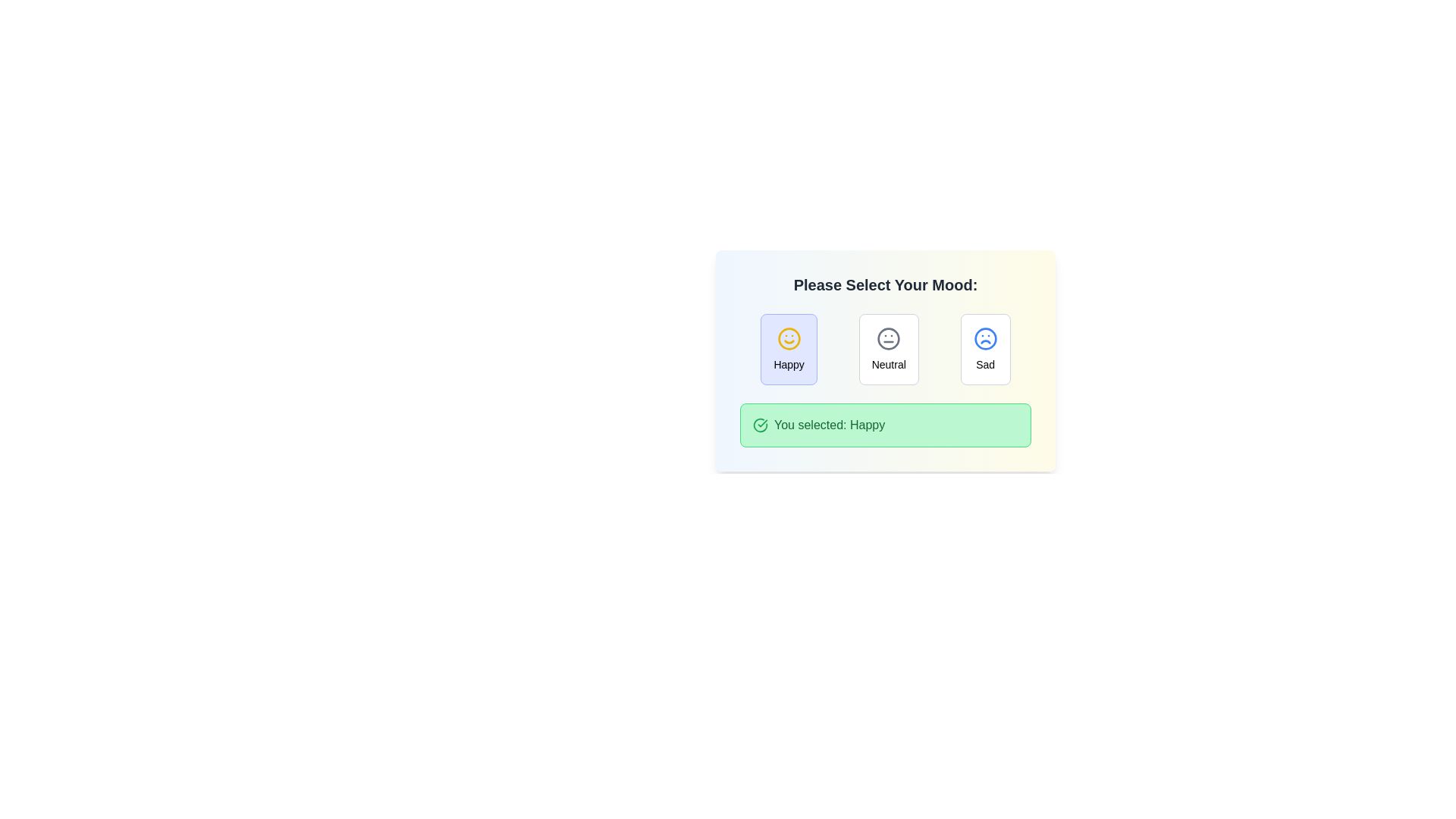 The height and width of the screenshot is (819, 1456). Describe the element at coordinates (789, 350) in the screenshot. I see `the 'Happy' mood option, which is the leftmost selectable icon and label in the mood selection interface` at that location.